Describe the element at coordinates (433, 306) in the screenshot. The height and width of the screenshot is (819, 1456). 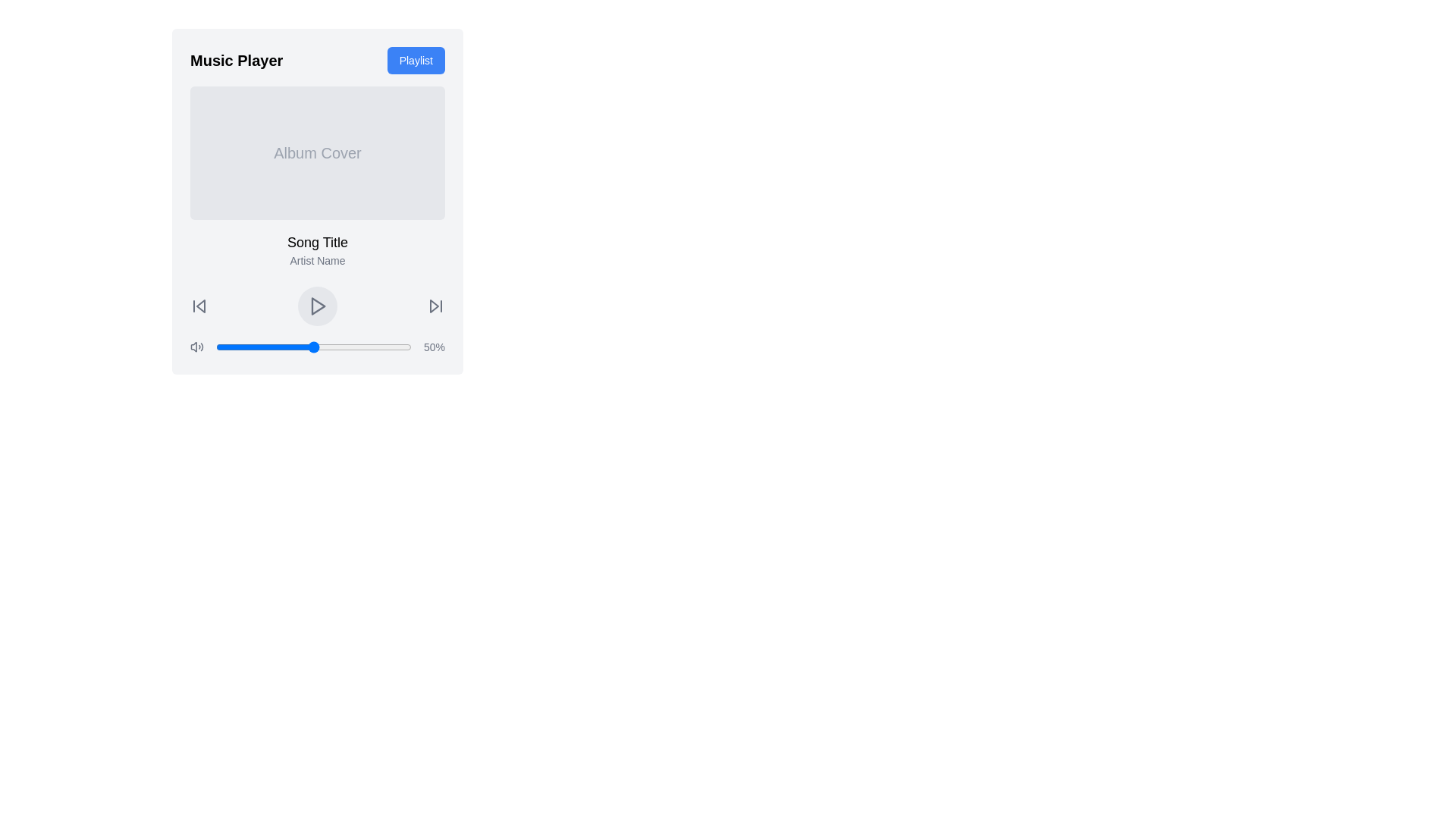
I see `the skip-forward button icon located towards the bottom right of the music player interface` at that location.